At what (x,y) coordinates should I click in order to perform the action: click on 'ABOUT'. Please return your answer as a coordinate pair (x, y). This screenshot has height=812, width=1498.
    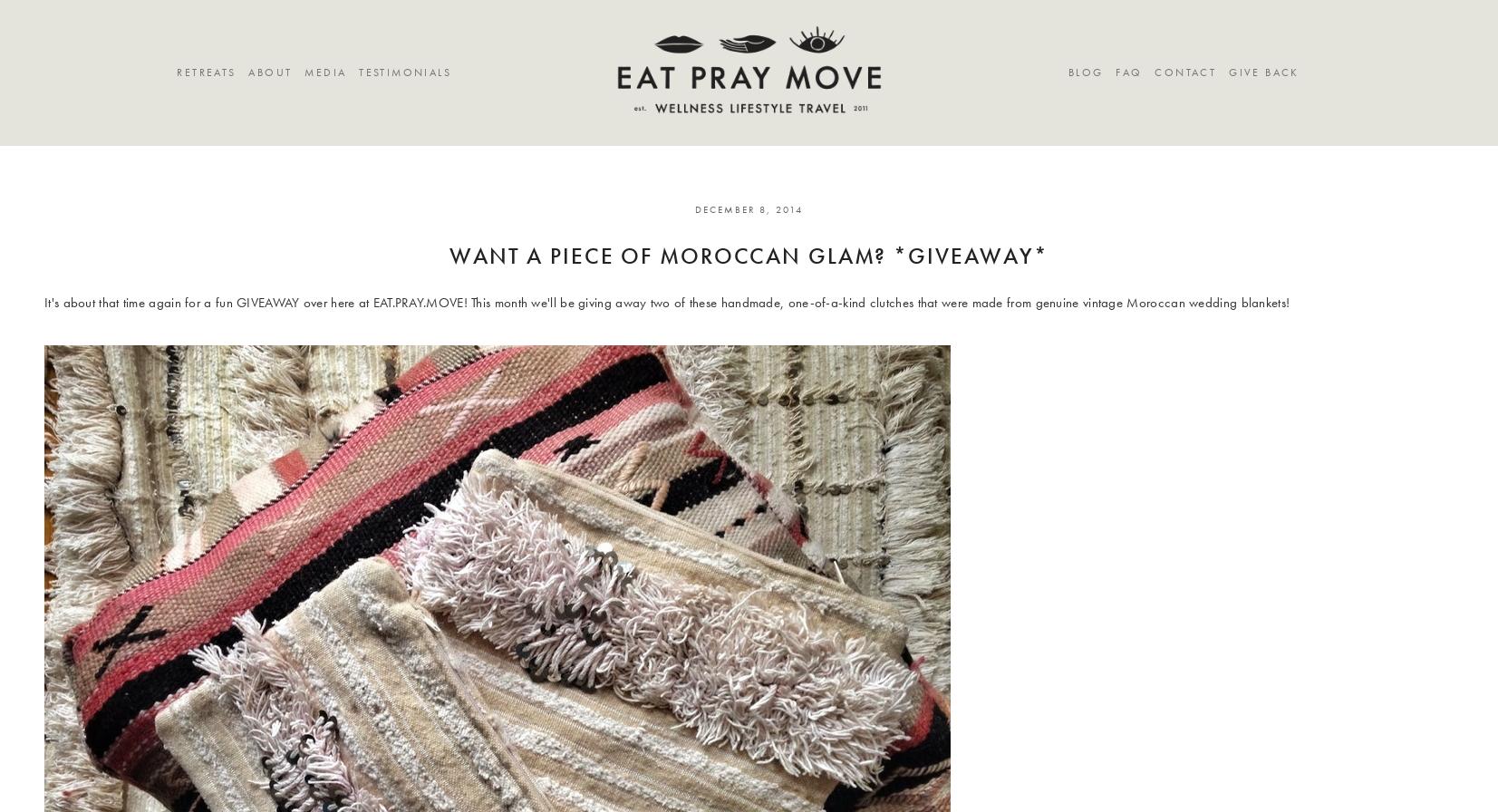
    Looking at the image, I should click on (247, 72).